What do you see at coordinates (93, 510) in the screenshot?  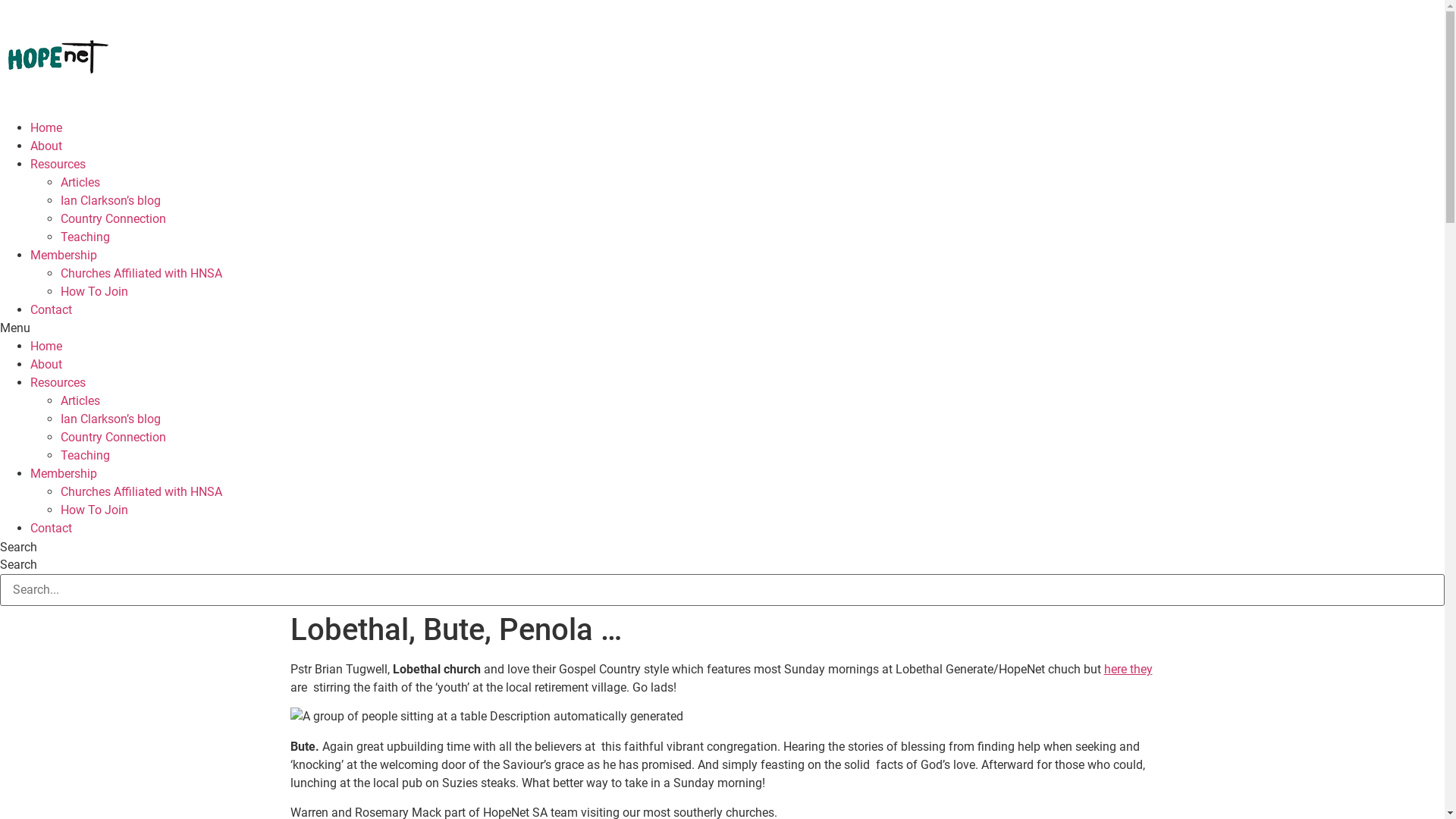 I see `'How To Join'` at bounding box center [93, 510].